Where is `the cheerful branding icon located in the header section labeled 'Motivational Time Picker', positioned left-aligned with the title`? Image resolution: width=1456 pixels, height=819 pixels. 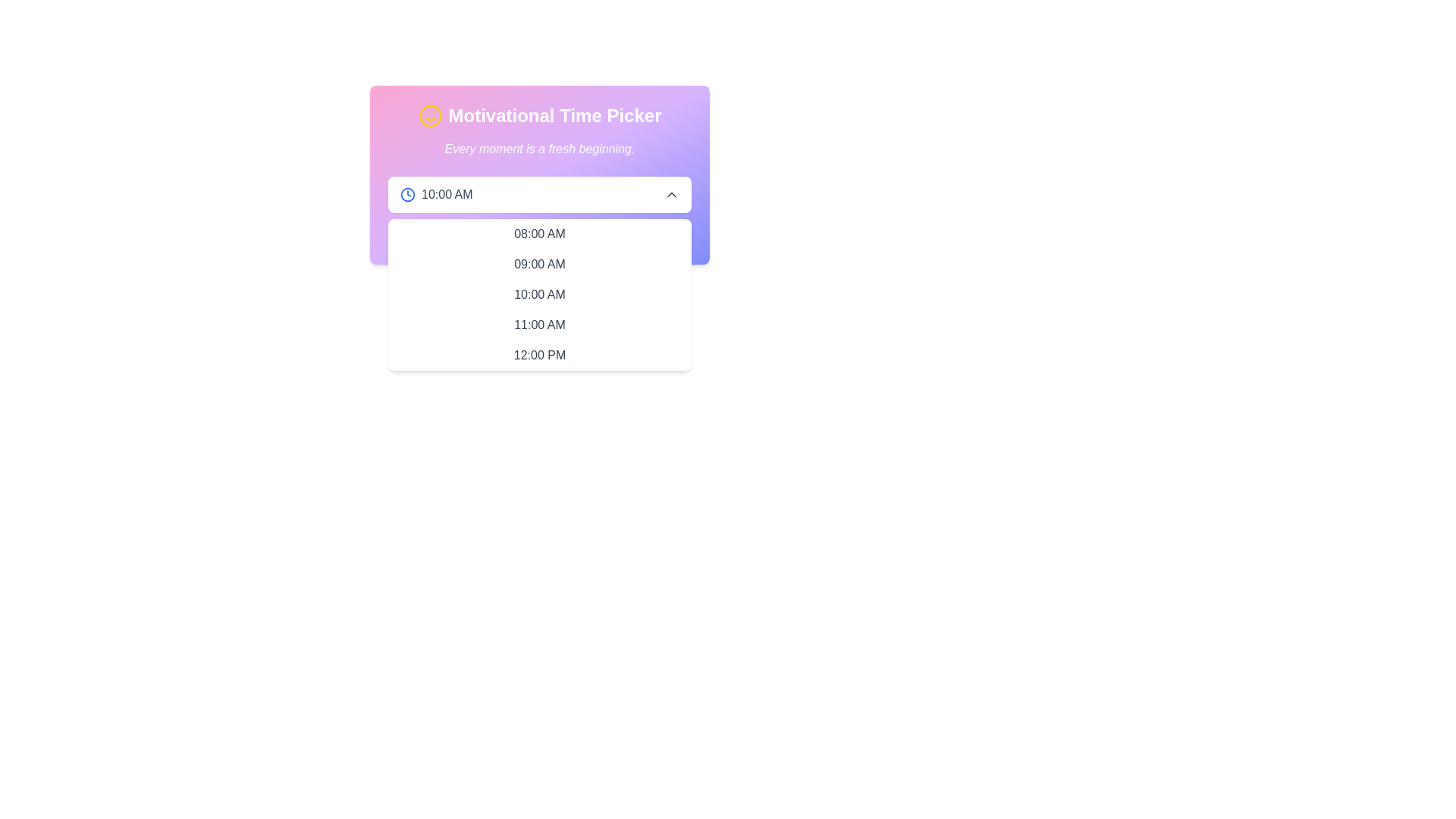
the cheerful branding icon located in the header section labeled 'Motivational Time Picker', positioned left-aligned with the title is located at coordinates (429, 115).